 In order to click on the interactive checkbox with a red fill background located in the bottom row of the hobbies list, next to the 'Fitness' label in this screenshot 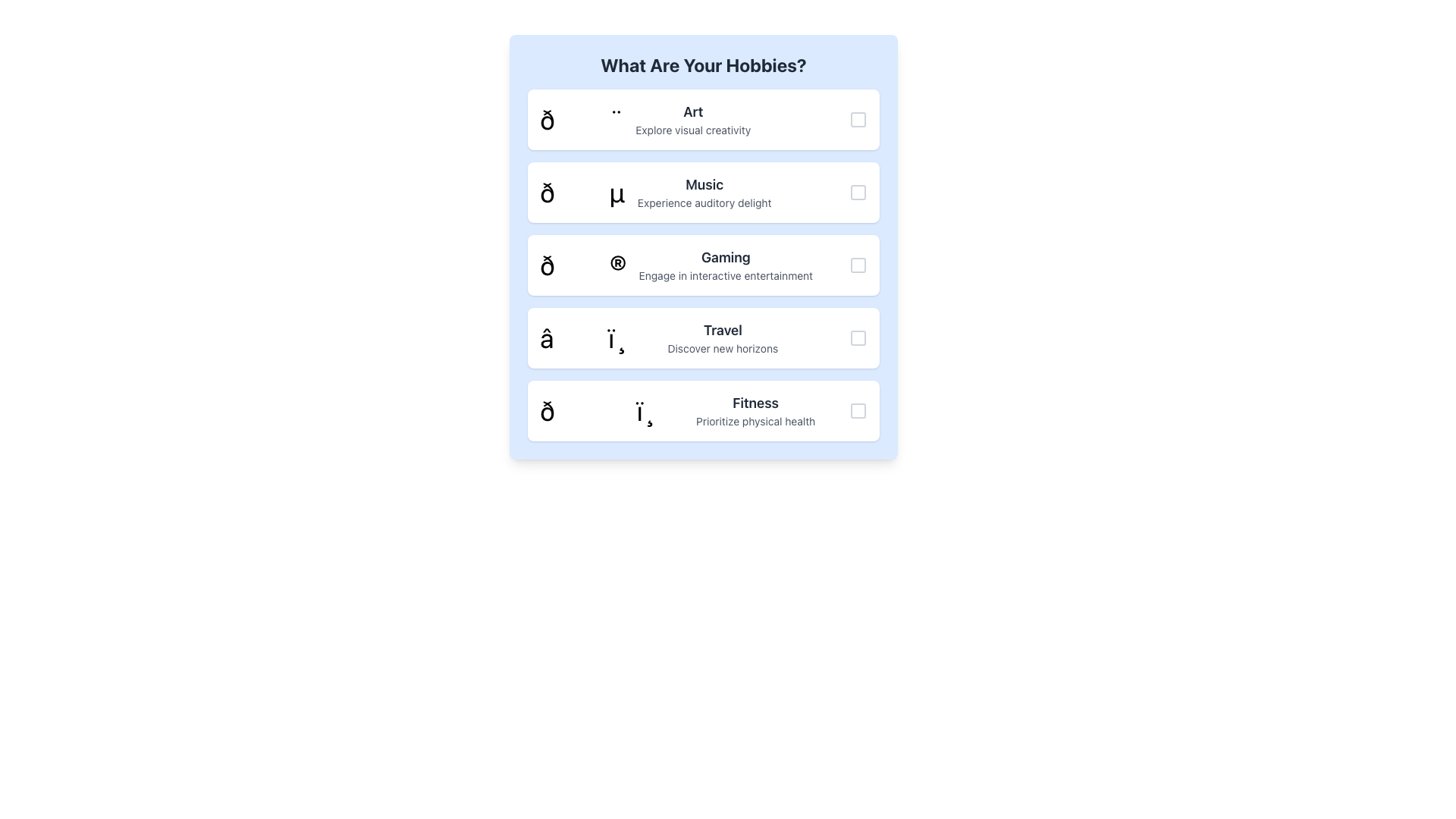, I will do `click(858, 411)`.